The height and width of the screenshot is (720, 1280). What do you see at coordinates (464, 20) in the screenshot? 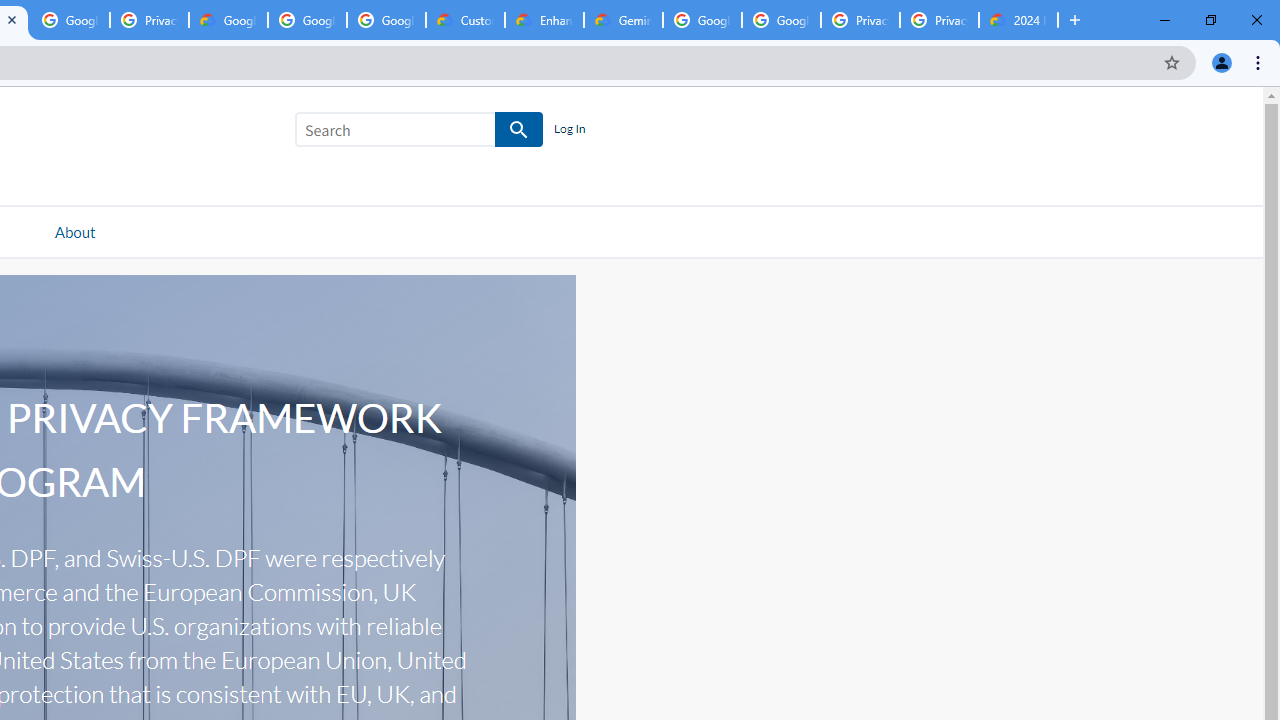
I see `'Customer Care | Google Cloud'` at bounding box center [464, 20].